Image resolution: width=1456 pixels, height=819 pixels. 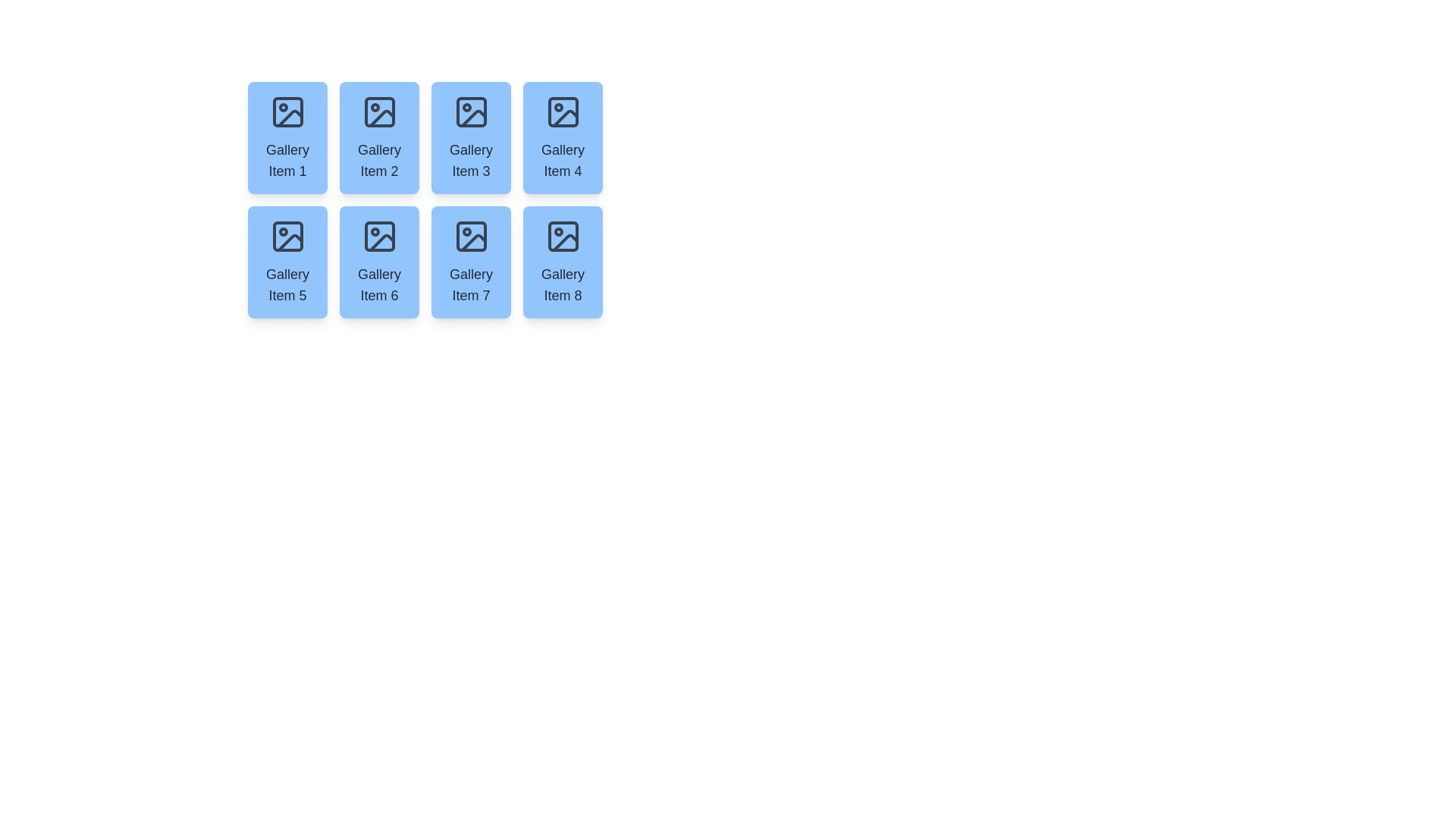 What do you see at coordinates (287, 111) in the screenshot?
I see `the Decorative Shape, which is a small rectangle with rounded corners located in the top-left corner of the landscape icon within 'Gallery Item 1'` at bounding box center [287, 111].